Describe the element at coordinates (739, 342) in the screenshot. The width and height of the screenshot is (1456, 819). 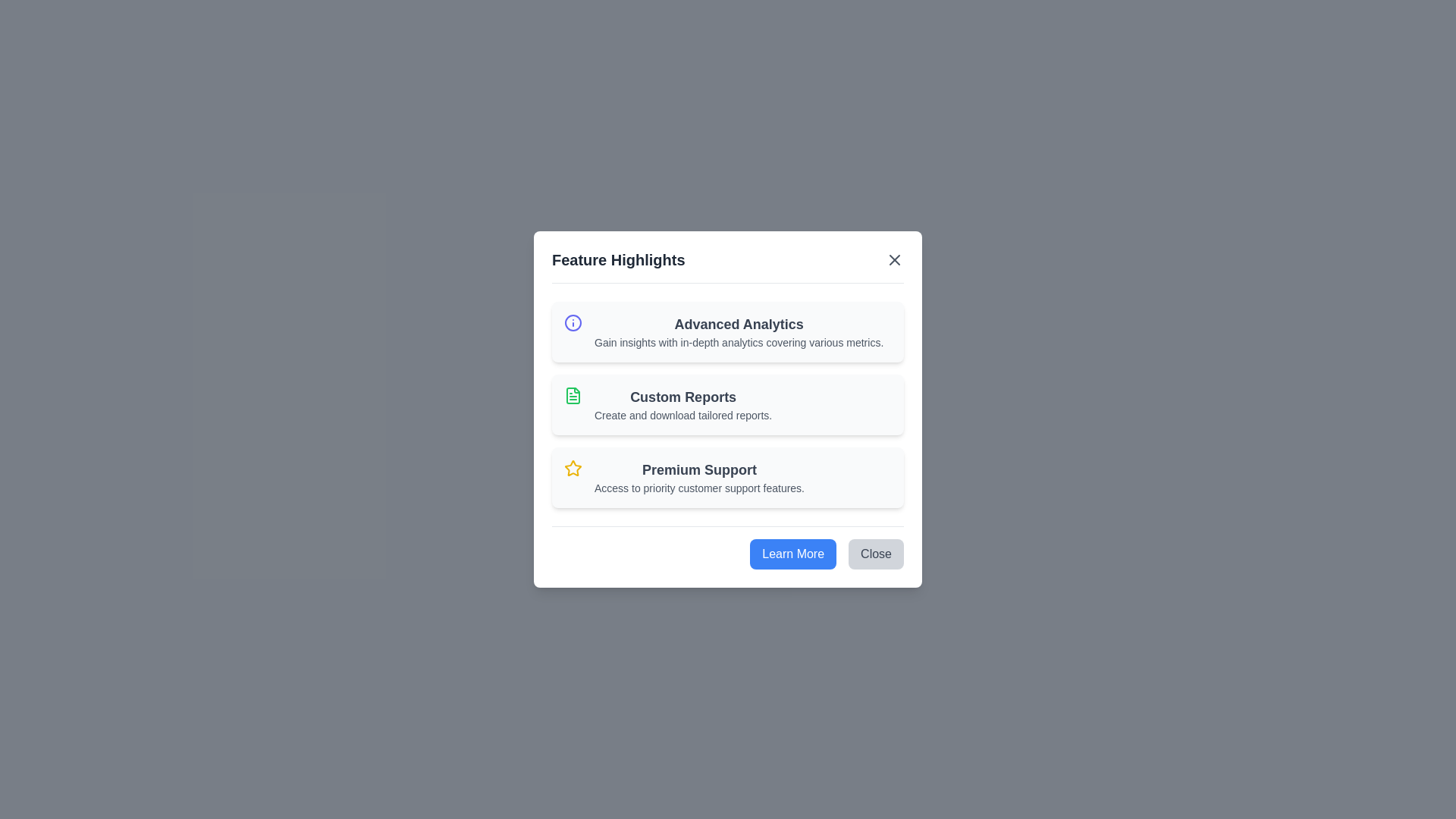
I see `the textual description styled in a smaller gray font located below the 'Advanced Analytics' header in the first feature box` at that location.